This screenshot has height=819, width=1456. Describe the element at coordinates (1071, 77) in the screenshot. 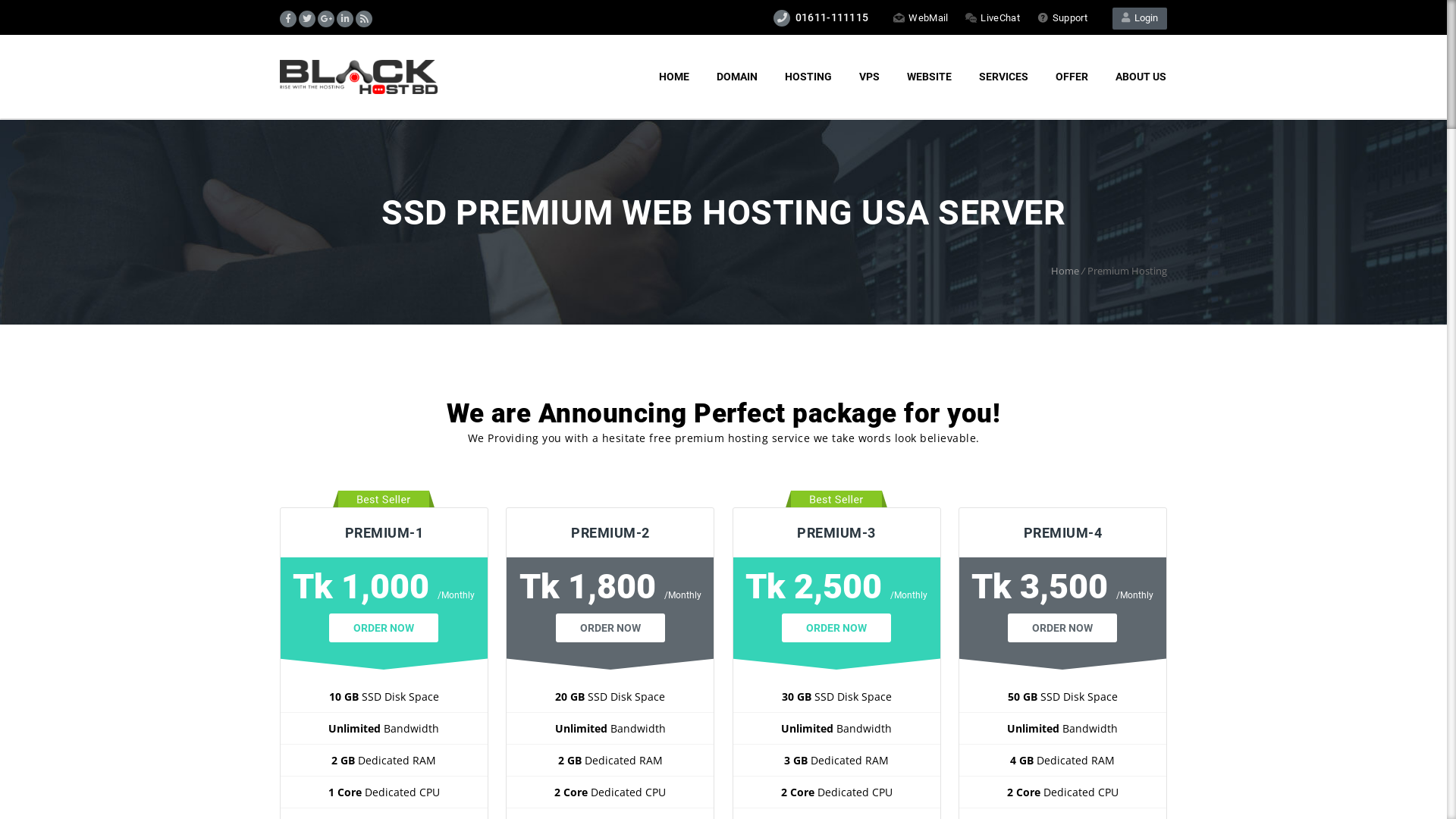

I see `'OFFER'` at that location.